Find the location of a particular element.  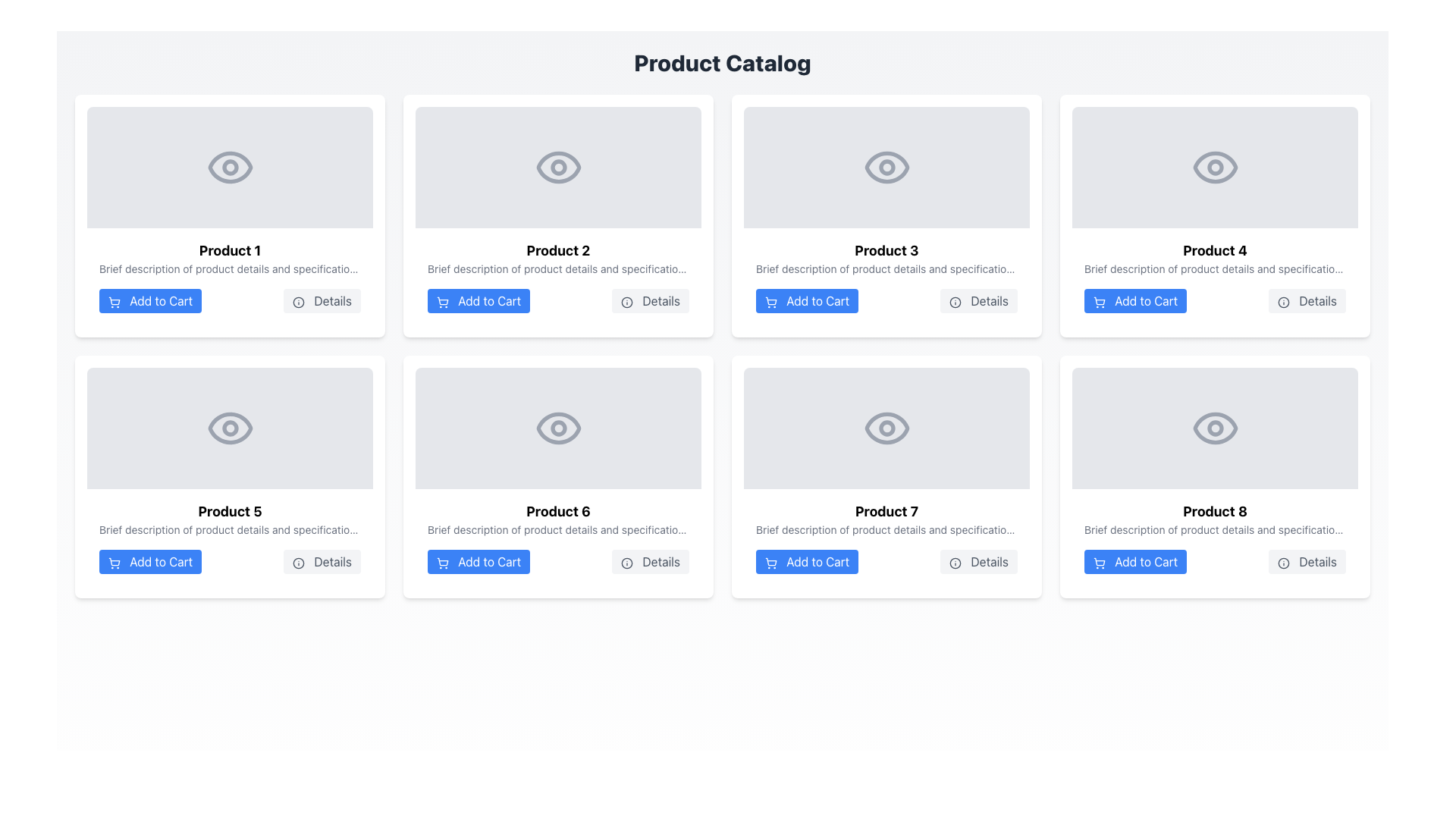

the icon located inside the 'Details' button at the bottom-right of the Product 5 card in the grid layout is located at coordinates (299, 563).